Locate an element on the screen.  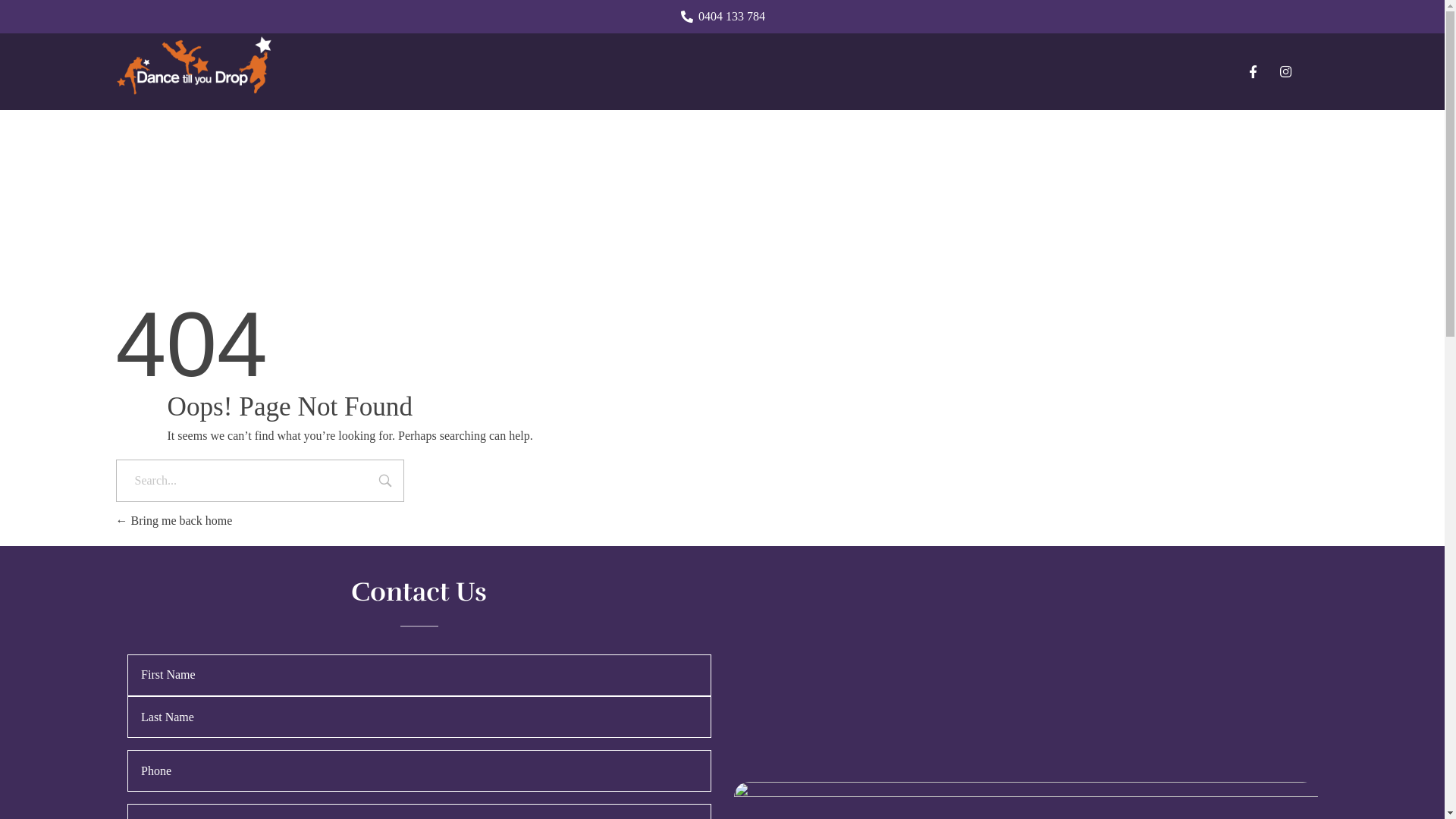
'Dance Till You Drop' is located at coordinates (199, 112).